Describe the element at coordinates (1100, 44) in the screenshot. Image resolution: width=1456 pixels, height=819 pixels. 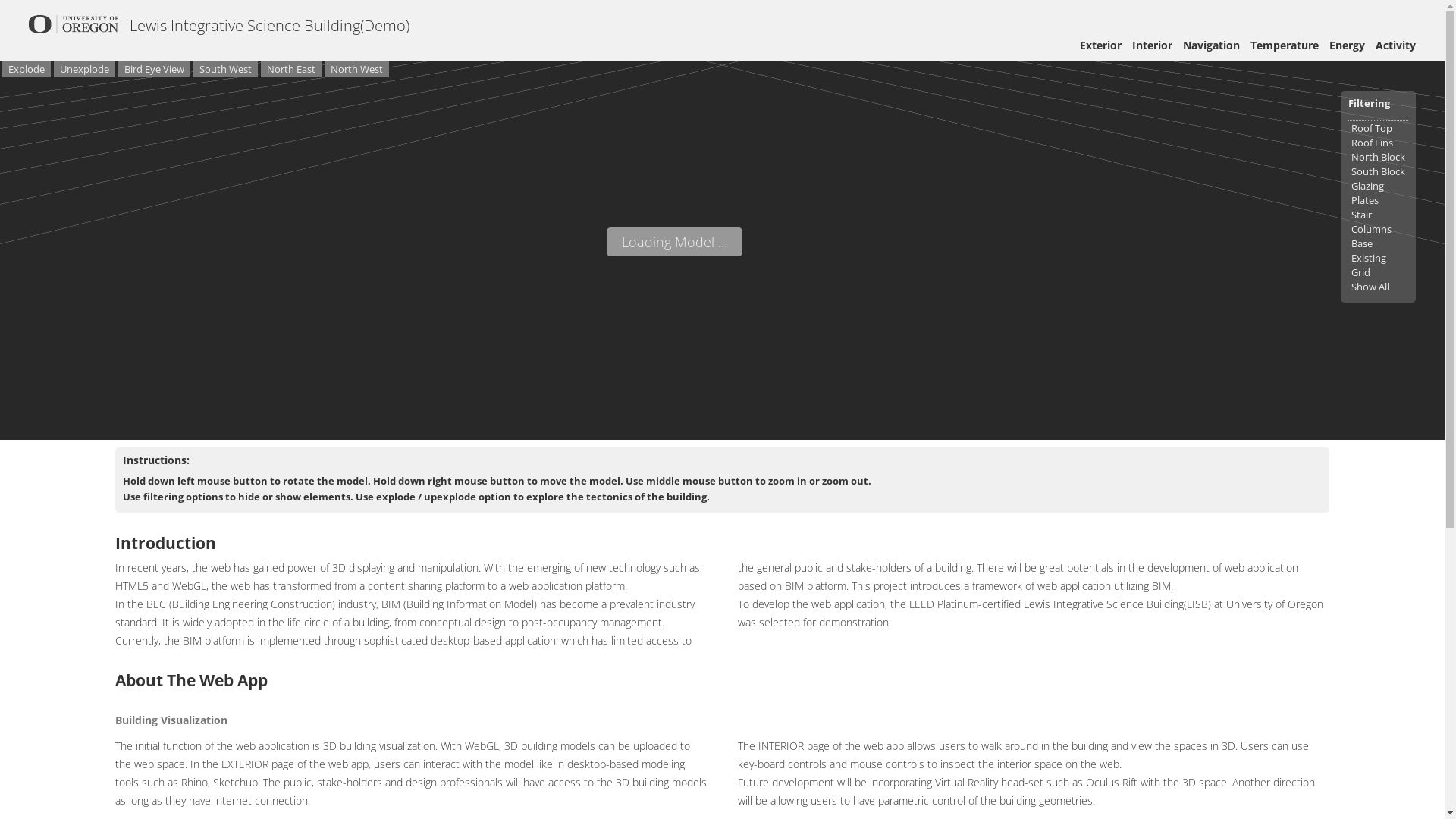
I see `'Exterior'` at that location.